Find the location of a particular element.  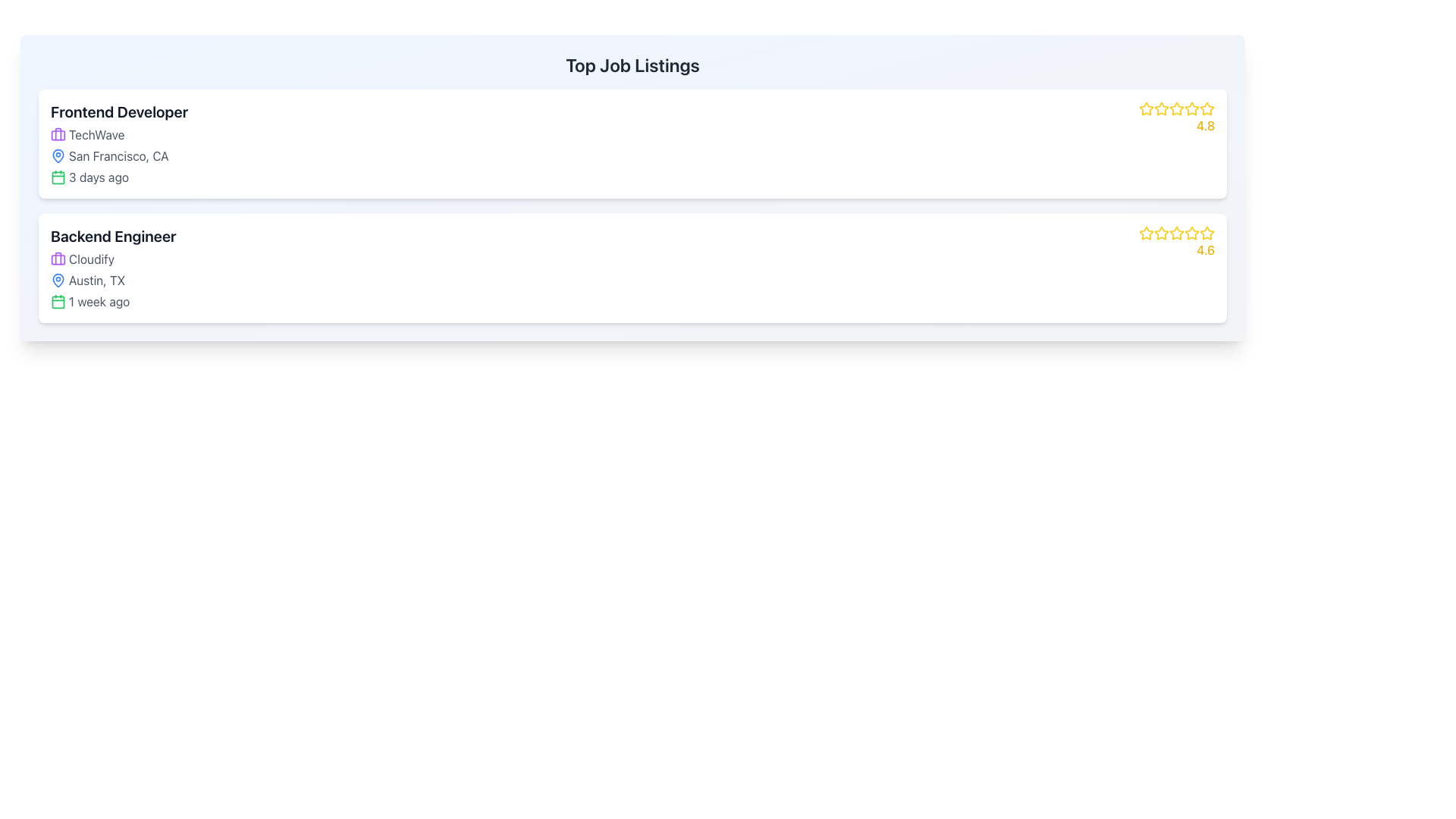

the fourth star-shaped icon with a yellow outline in the rating component of the first job listing card is located at coordinates (1191, 108).